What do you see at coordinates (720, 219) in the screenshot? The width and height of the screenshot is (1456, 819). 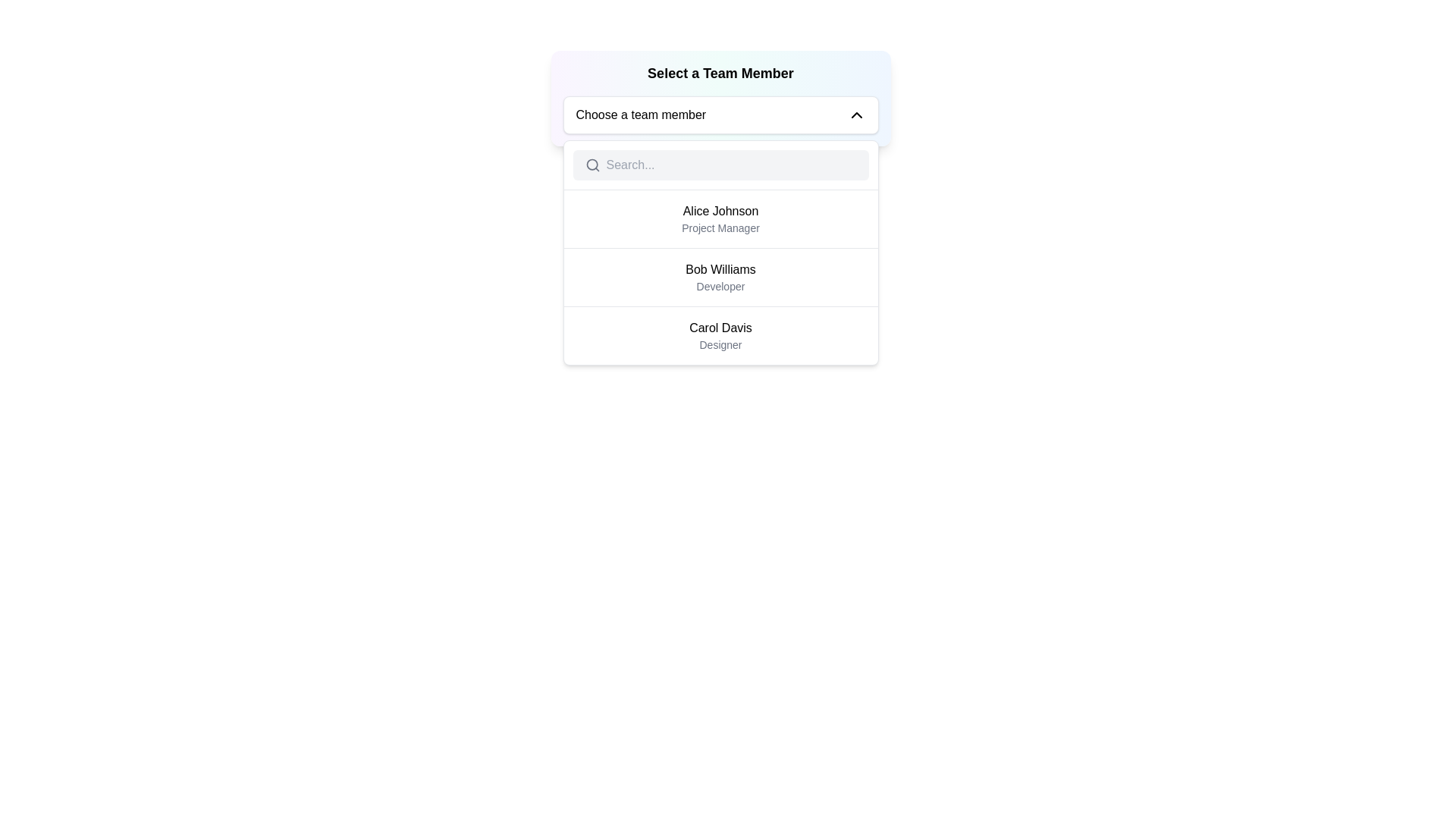 I see `the dropdown list item displaying 'Alice Johnson'` at bounding box center [720, 219].